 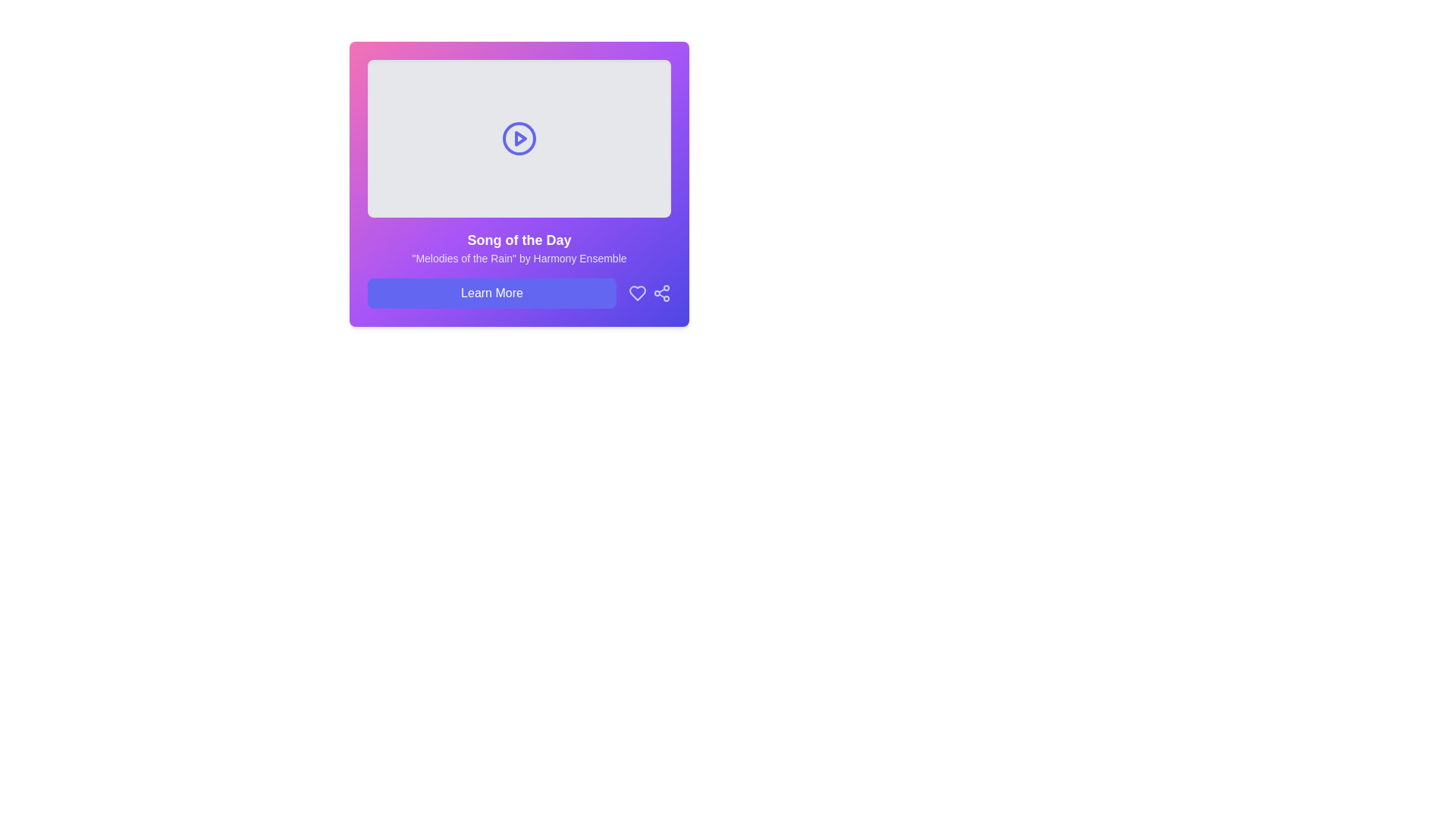 I want to click on the center of the media display area that serves as a preview for the 'Song of the Day', located above the textual details and the 'Learn More' button, so click(x=519, y=138).